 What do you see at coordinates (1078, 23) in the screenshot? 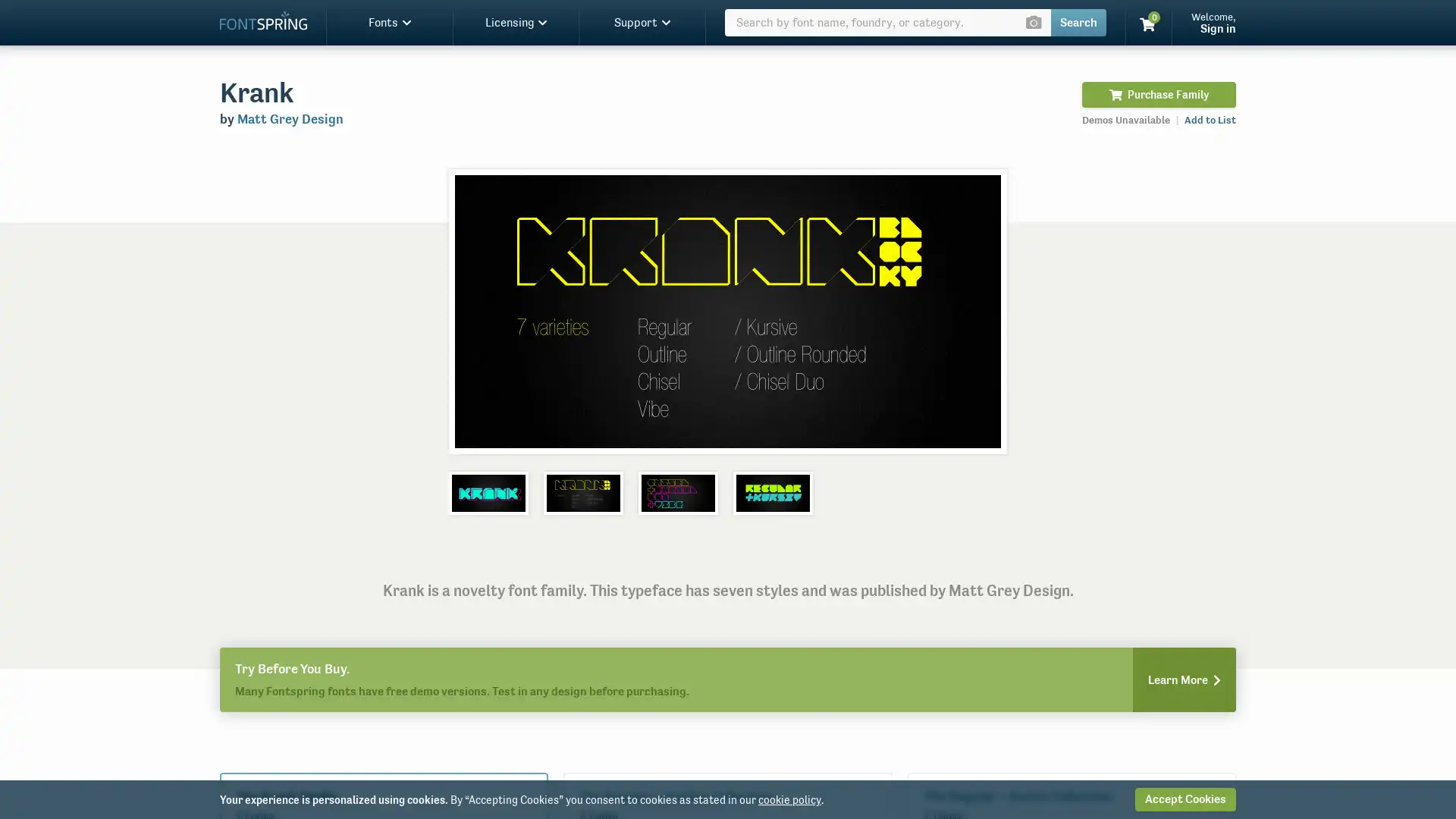
I see `Search` at bounding box center [1078, 23].